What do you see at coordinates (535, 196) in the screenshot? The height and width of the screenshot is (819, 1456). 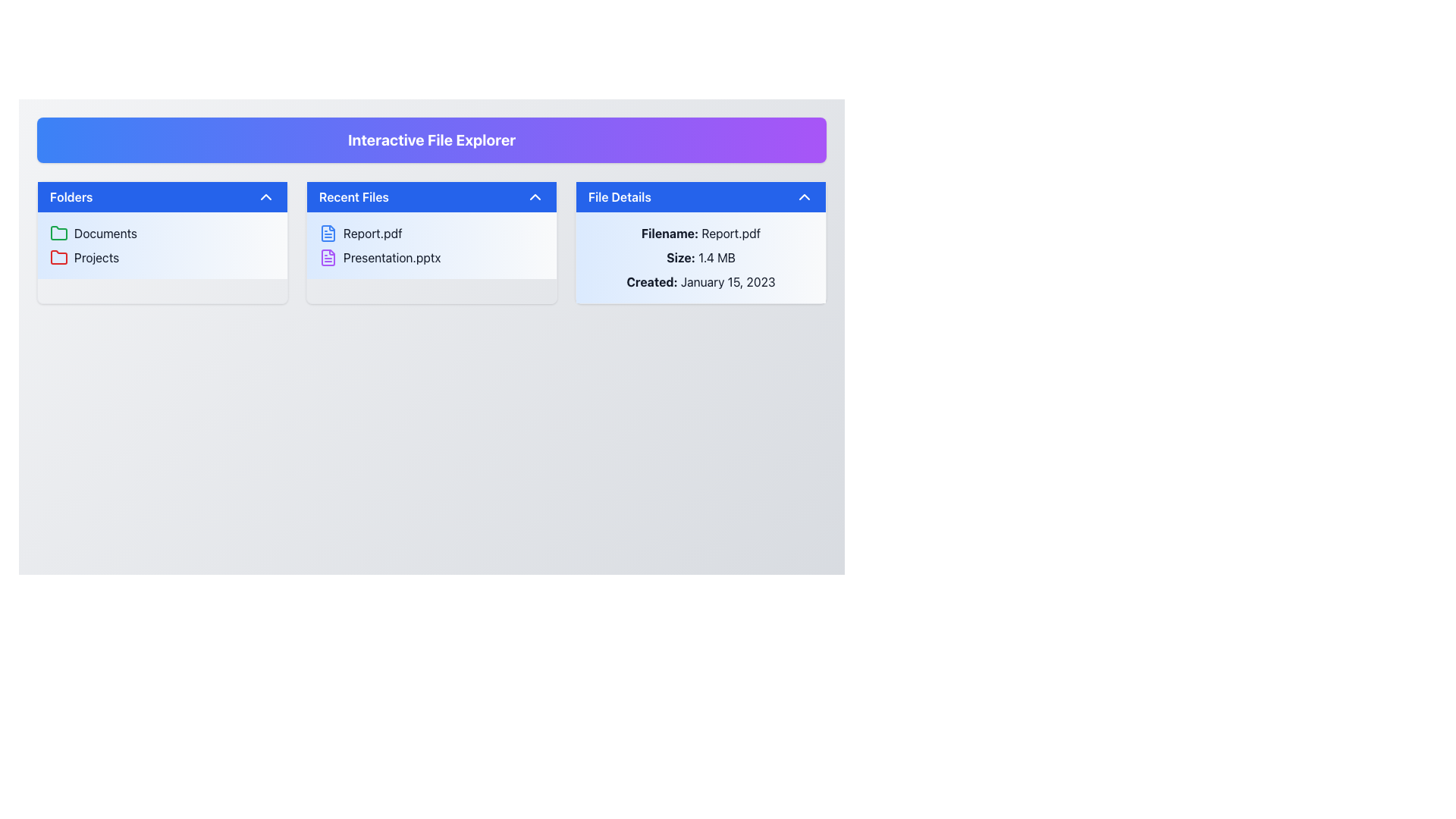 I see `the small upward-pointing chevron icon located to the right of the 'Recent Files' title in the blue header section` at bounding box center [535, 196].